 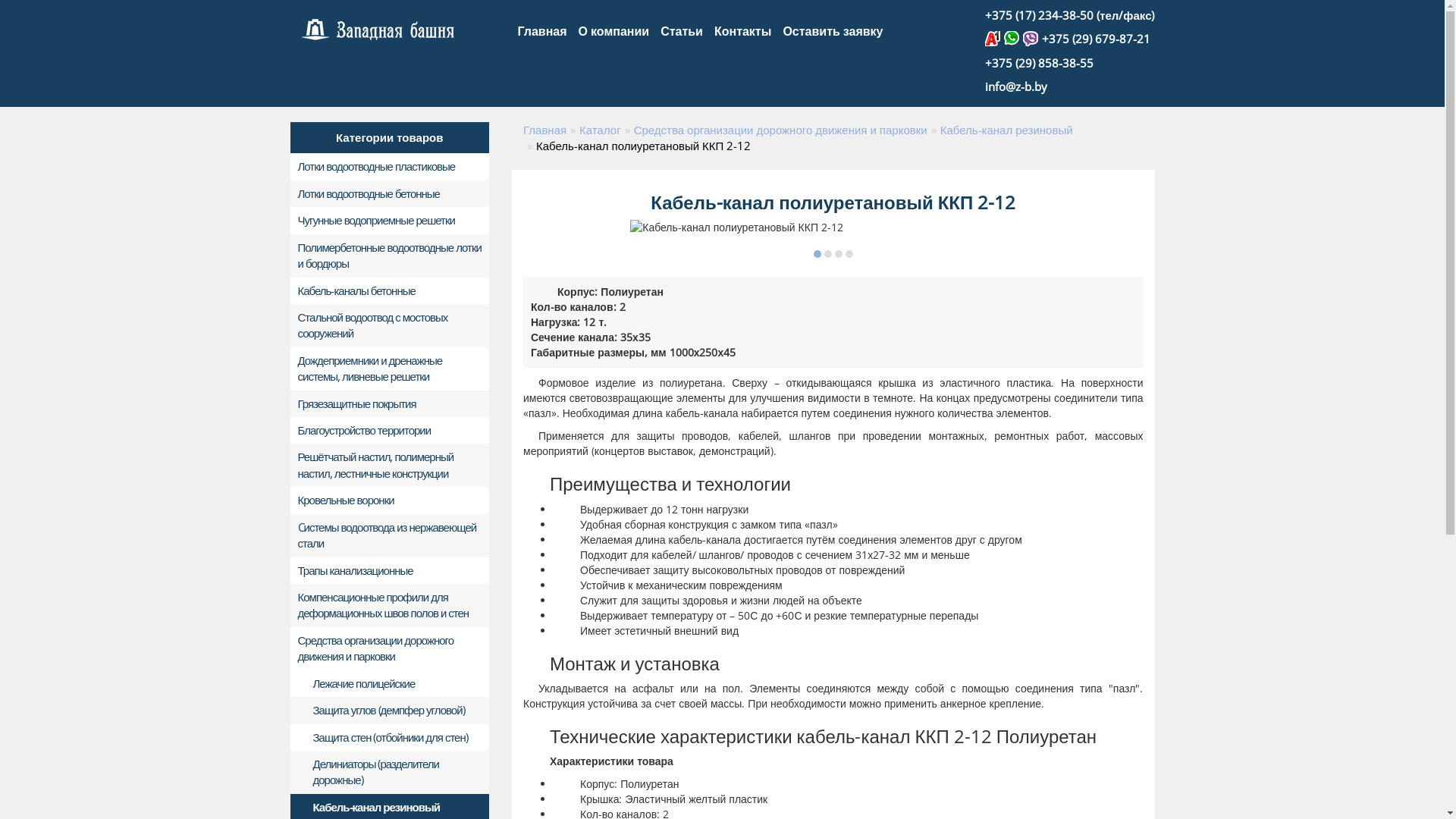 What do you see at coordinates (1096, 37) in the screenshot?
I see `'+375 (29) 679-87-21'` at bounding box center [1096, 37].